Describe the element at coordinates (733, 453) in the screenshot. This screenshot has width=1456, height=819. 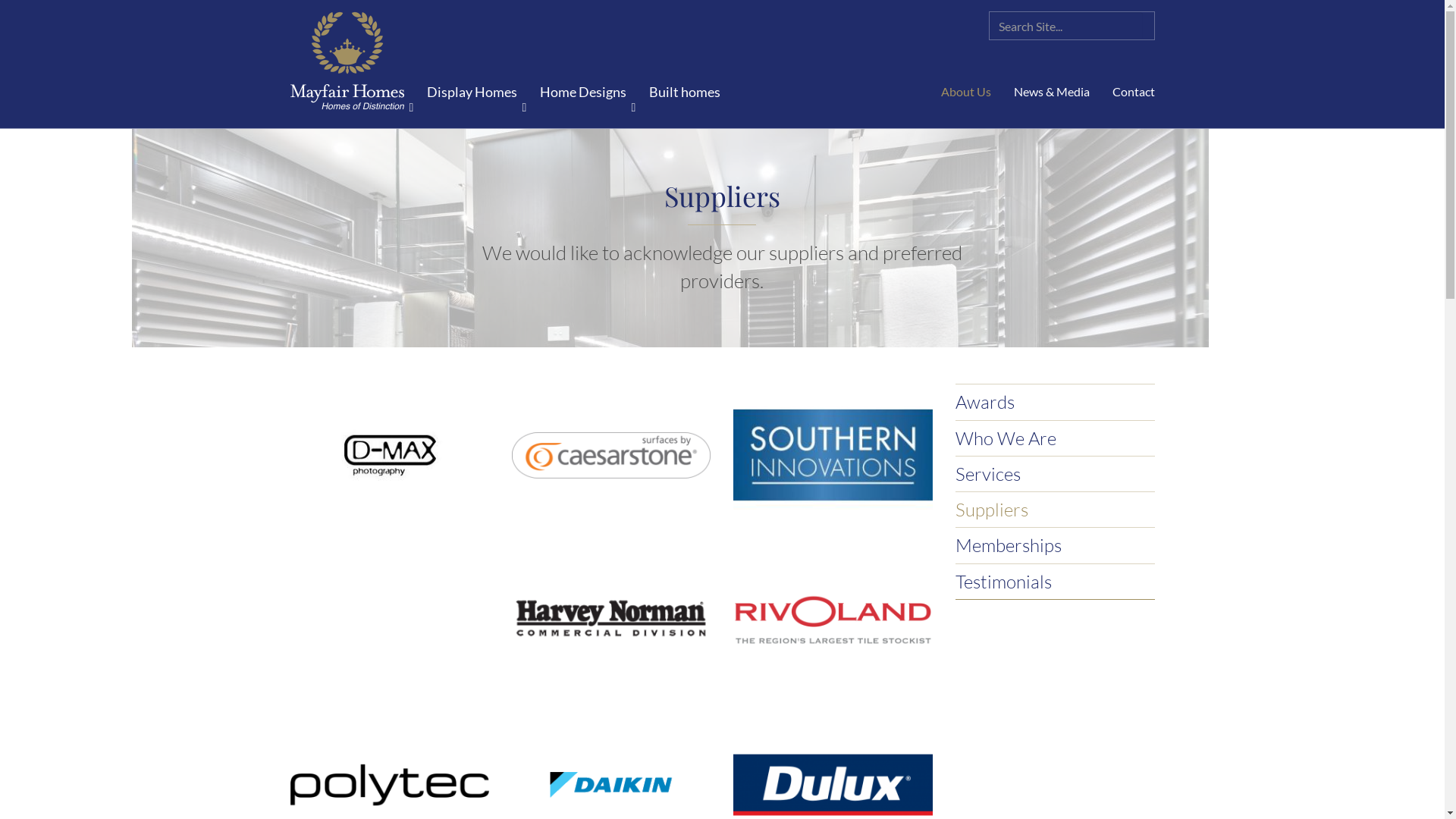
I see `'Southern Innovations'` at that location.